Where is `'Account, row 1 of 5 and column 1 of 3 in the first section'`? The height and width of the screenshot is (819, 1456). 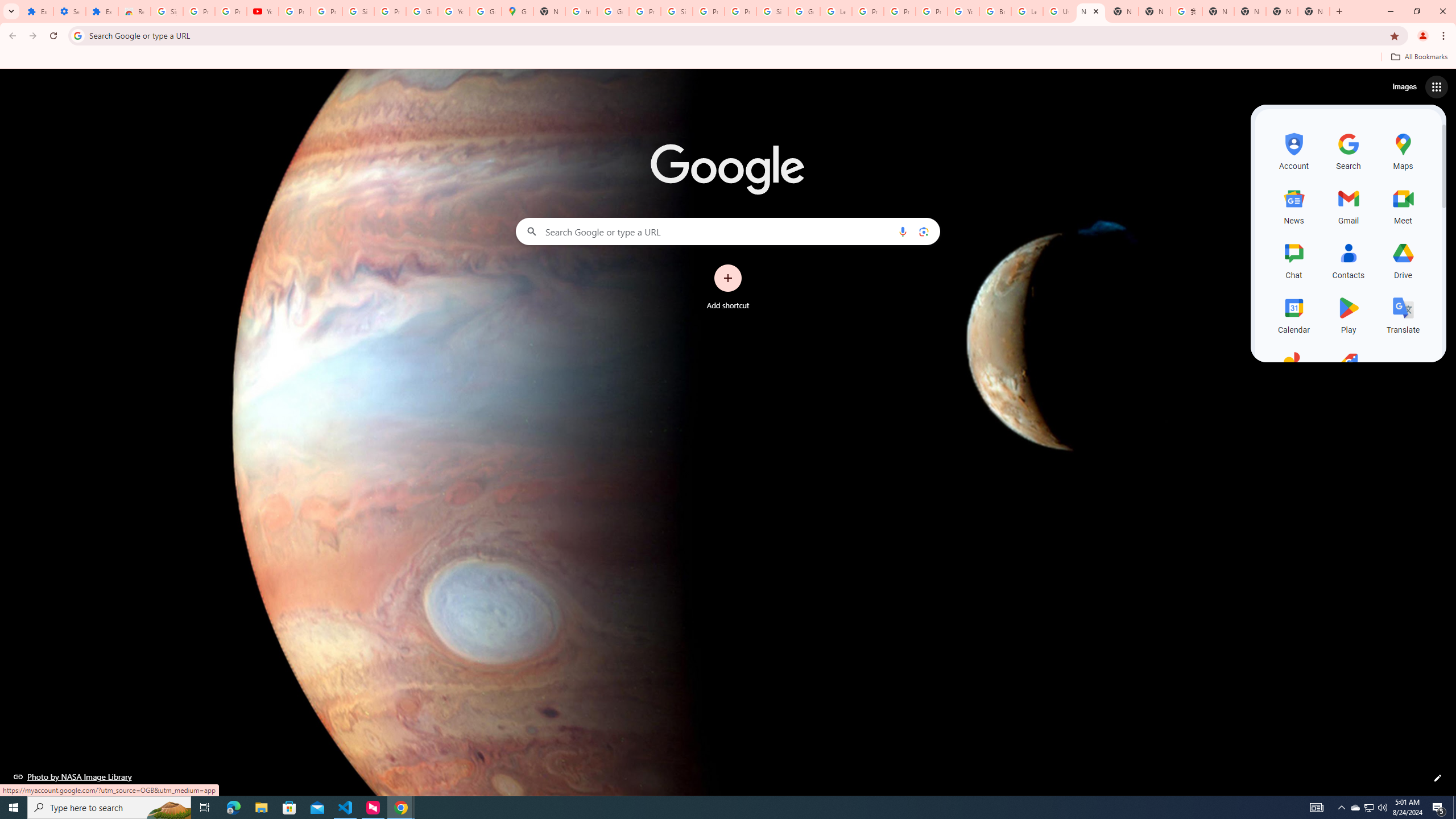
'Account, row 1 of 5 and column 1 of 3 in the first section' is located at coordinates (1293, 150).